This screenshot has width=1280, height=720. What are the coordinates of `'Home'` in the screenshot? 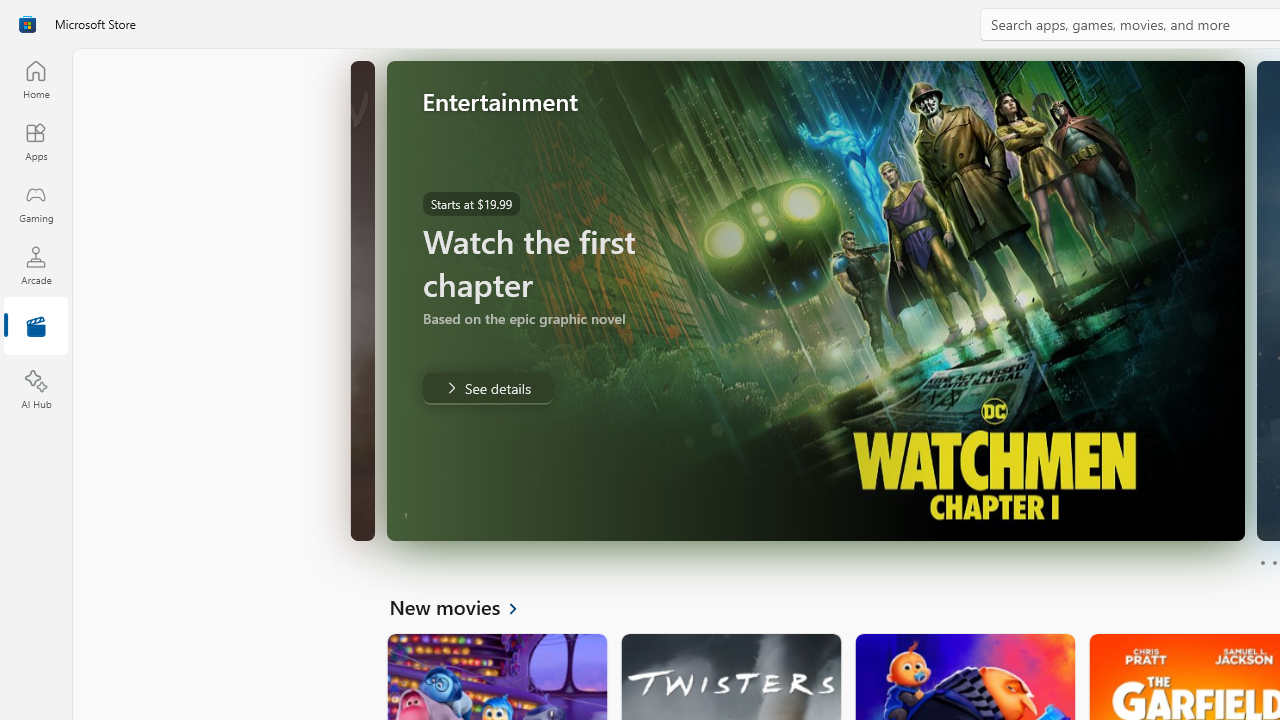 It's located at (35, 78).